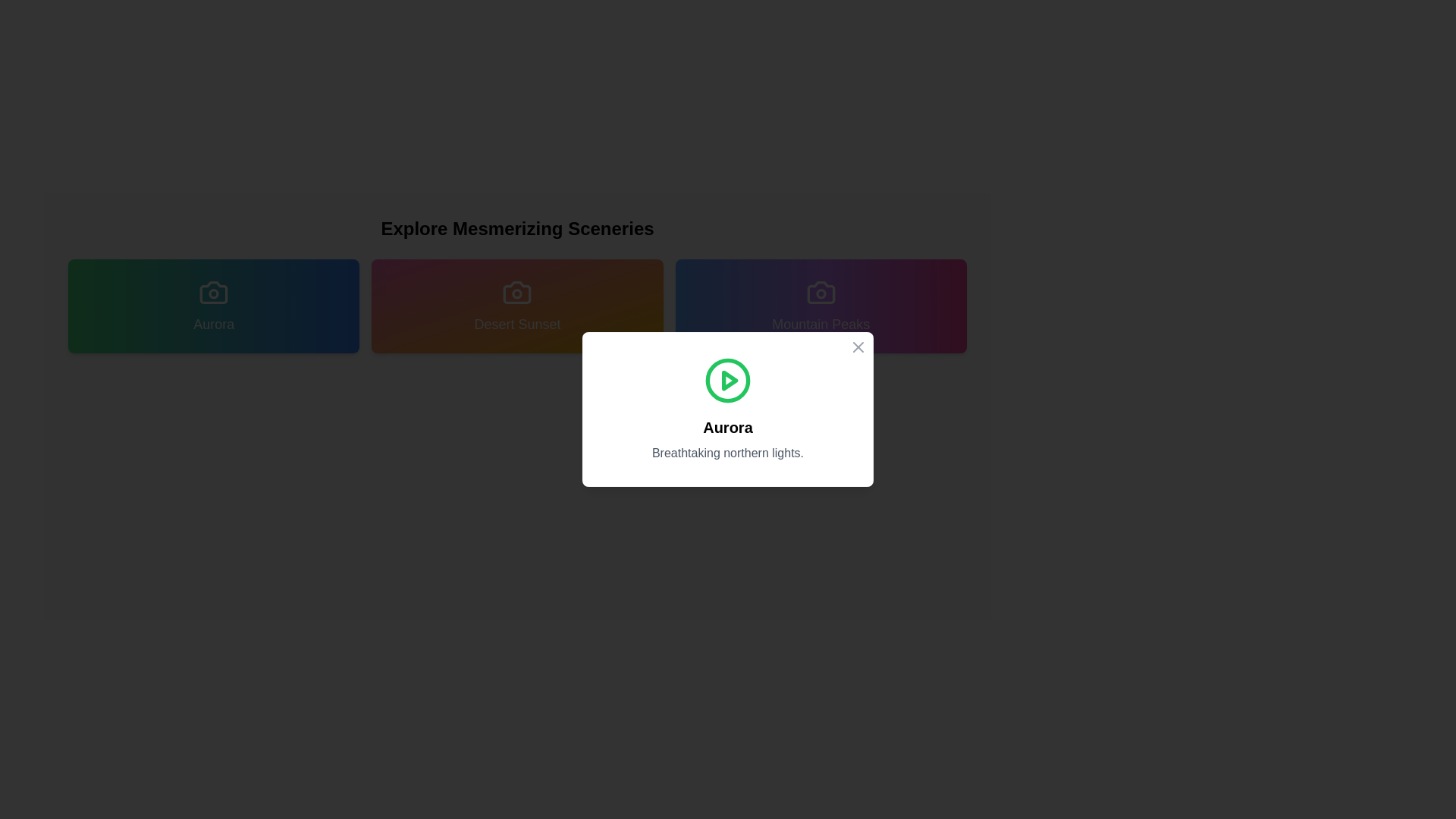  I want to click on the 'Mountain Peaks' button with a gradient background transitioning from blue to purple to pink, so click(820, 306).